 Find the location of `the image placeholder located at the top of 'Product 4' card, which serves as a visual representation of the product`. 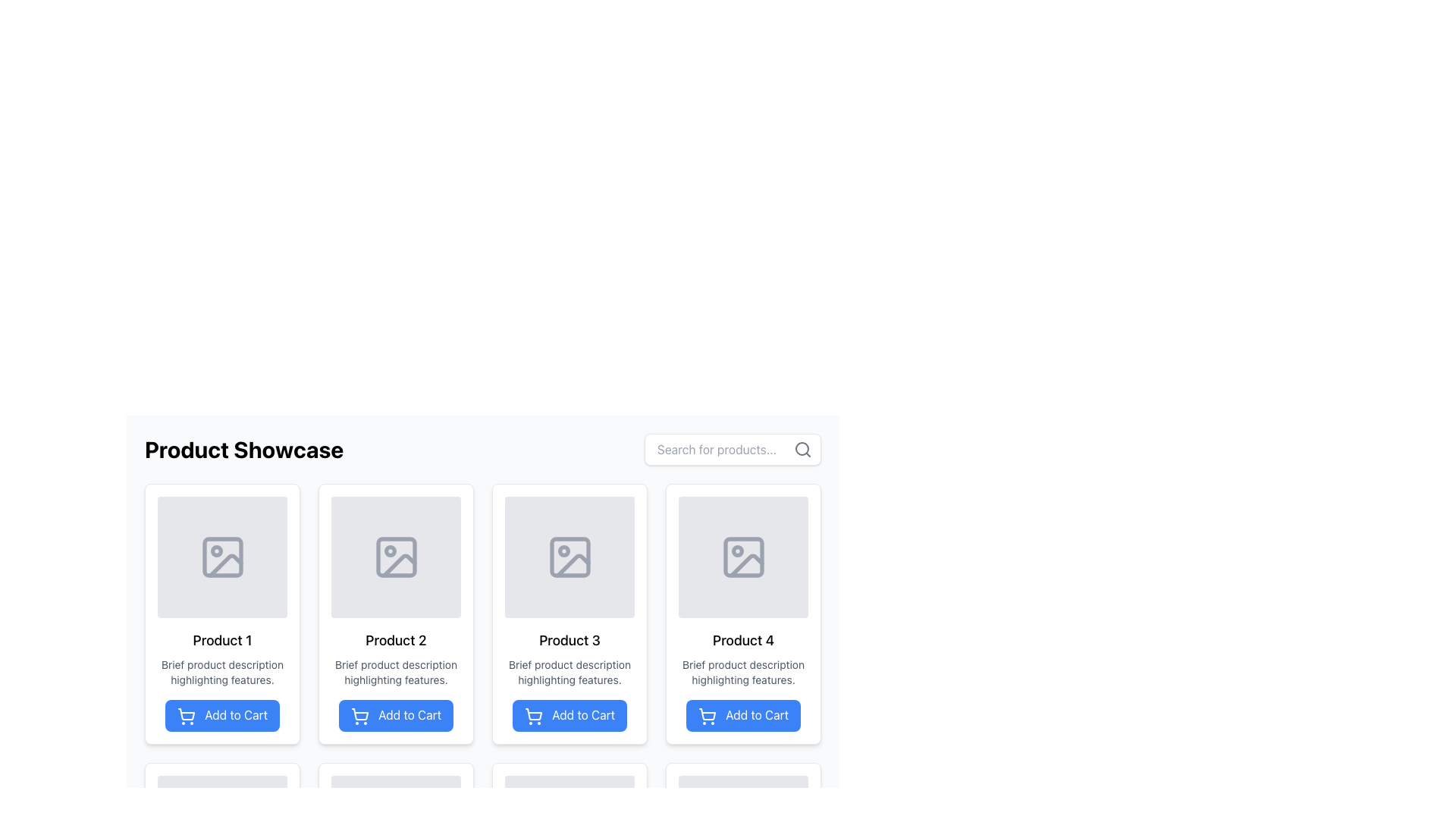

the image placeholder located at the top of 'Product 4' card, which serves as a visual representation of the product is located at coordinates (743, 557).